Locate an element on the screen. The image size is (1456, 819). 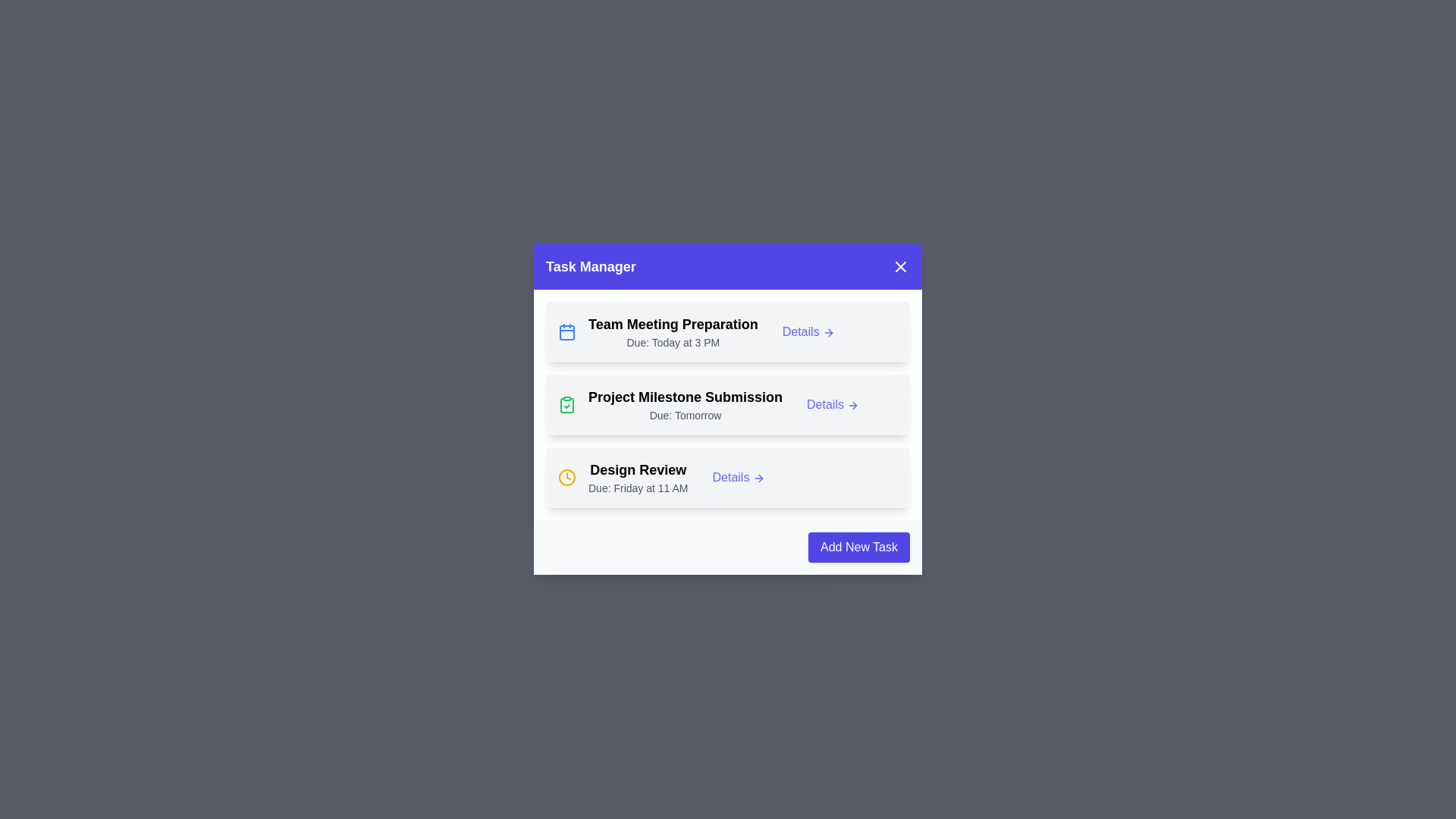
the close button located at the far right of the 'Task Manager' header bar is located at coordinates (901, 265).